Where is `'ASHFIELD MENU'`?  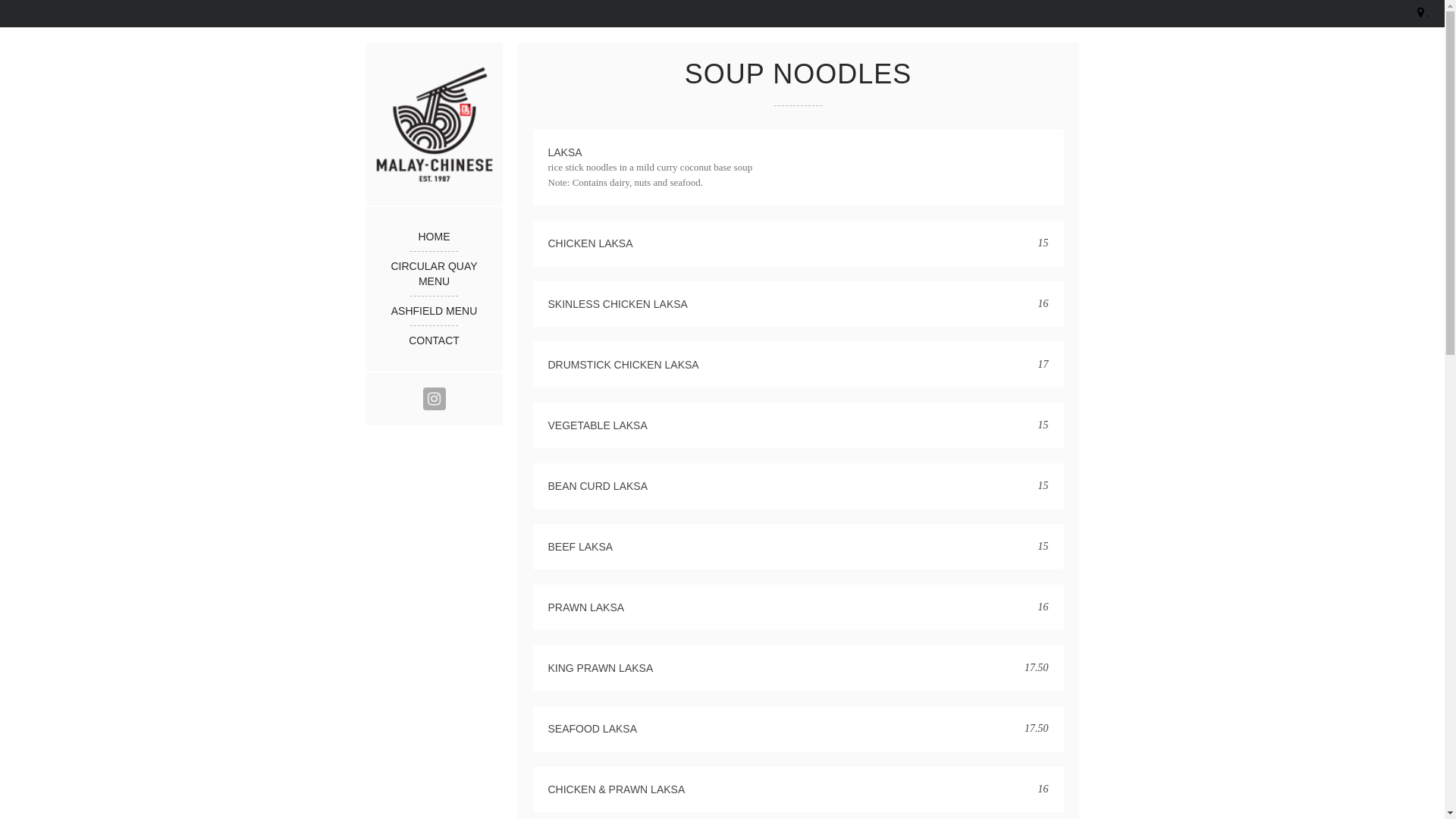
'ASHFIELD MENU' is located at coordinates (381, 309).